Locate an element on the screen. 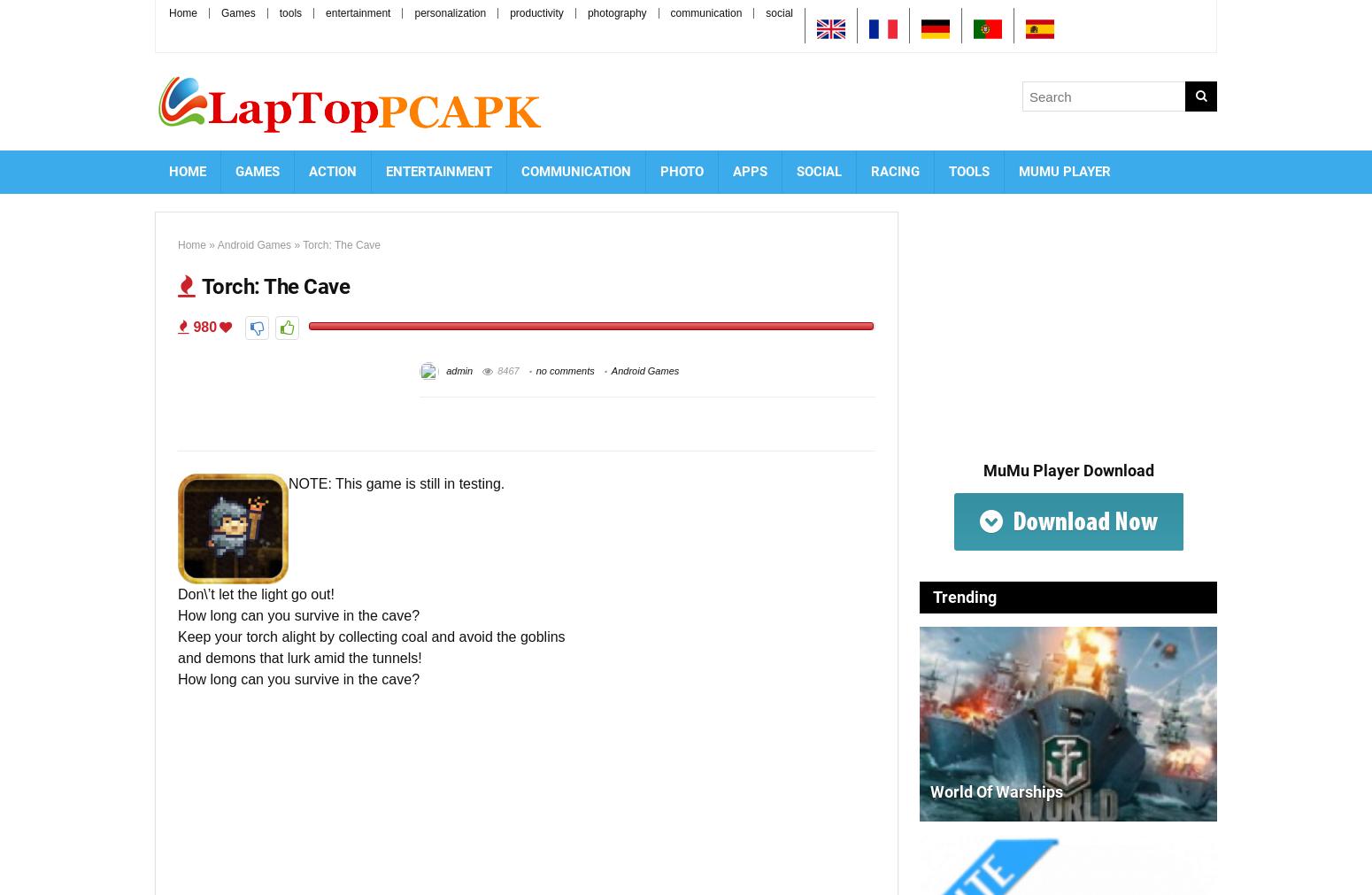 Image resolution: width=1372 pixels, height=895 pixels. 'Keep your torch alight by collecting coal and avoid the goblins and demons that lurk amid the tunnels!' is located at coordinates (371, 646).